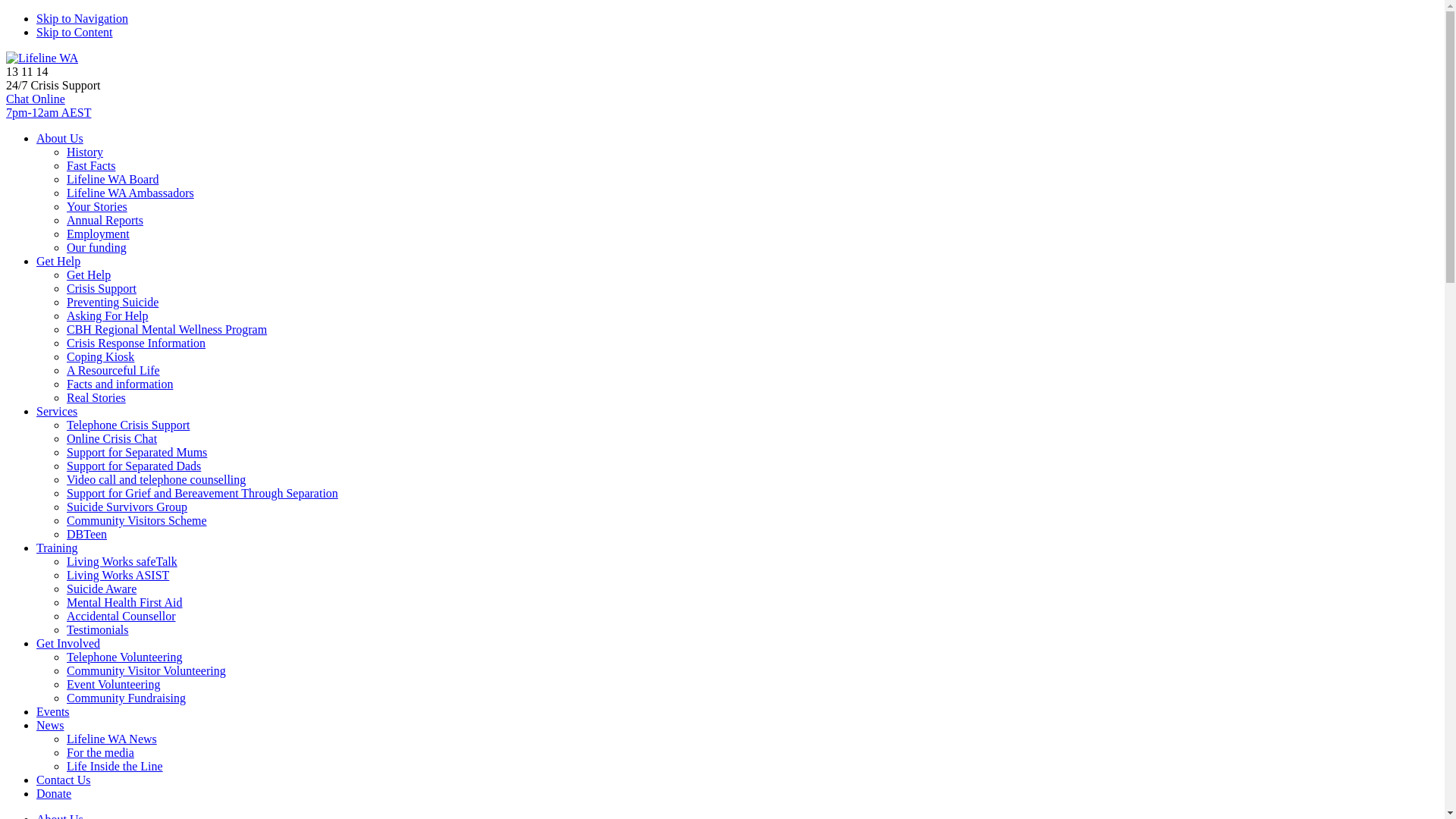  What do you see at coordinates (124, 656) in the screenshot?
I see `'Telephone Volunteering'` at bounding box center [124, 656].